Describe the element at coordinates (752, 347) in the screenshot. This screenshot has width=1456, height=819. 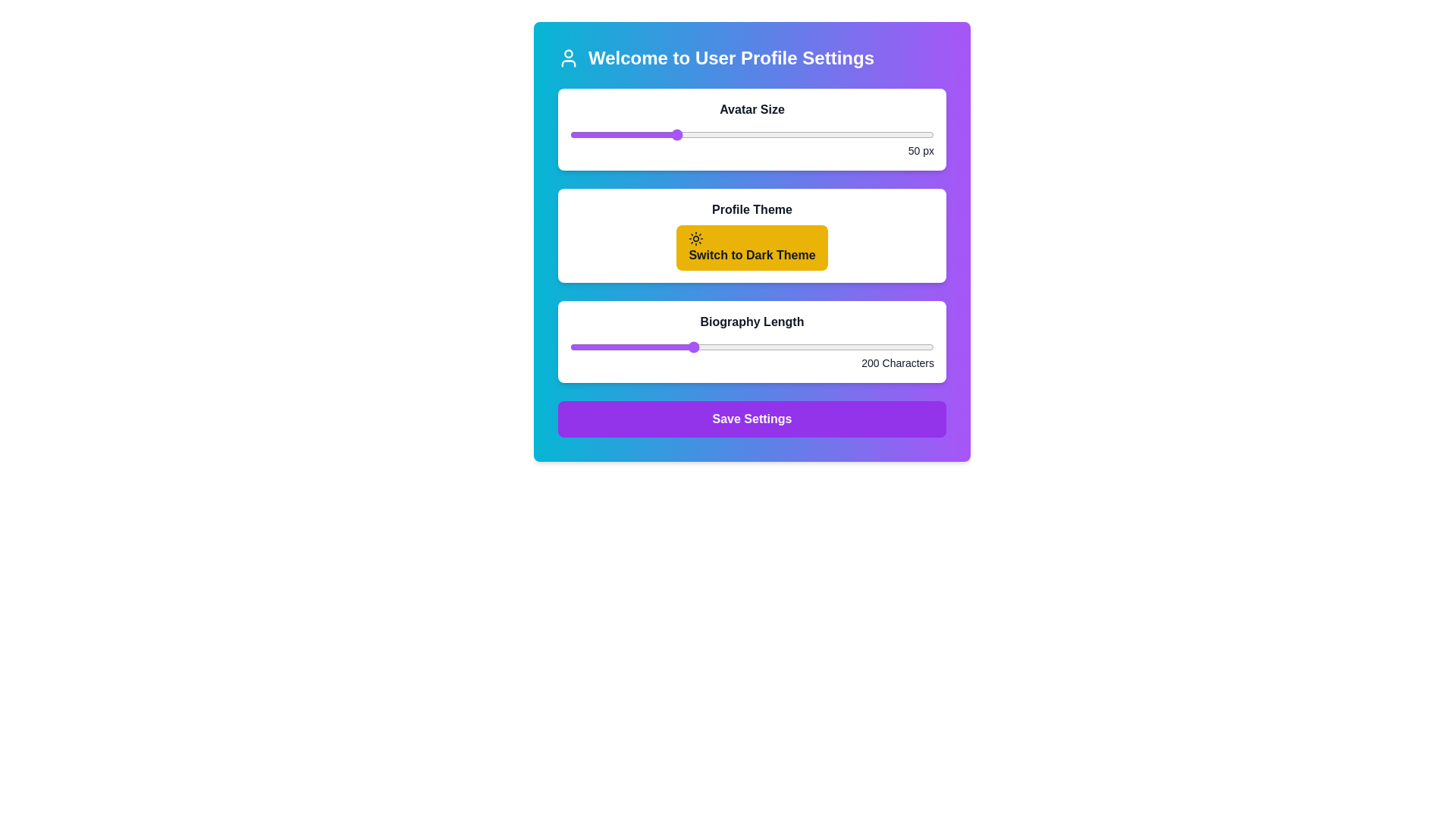
I see `the Range Slider located below the text 'Biography Length' and above '200 Characters'` at that location.